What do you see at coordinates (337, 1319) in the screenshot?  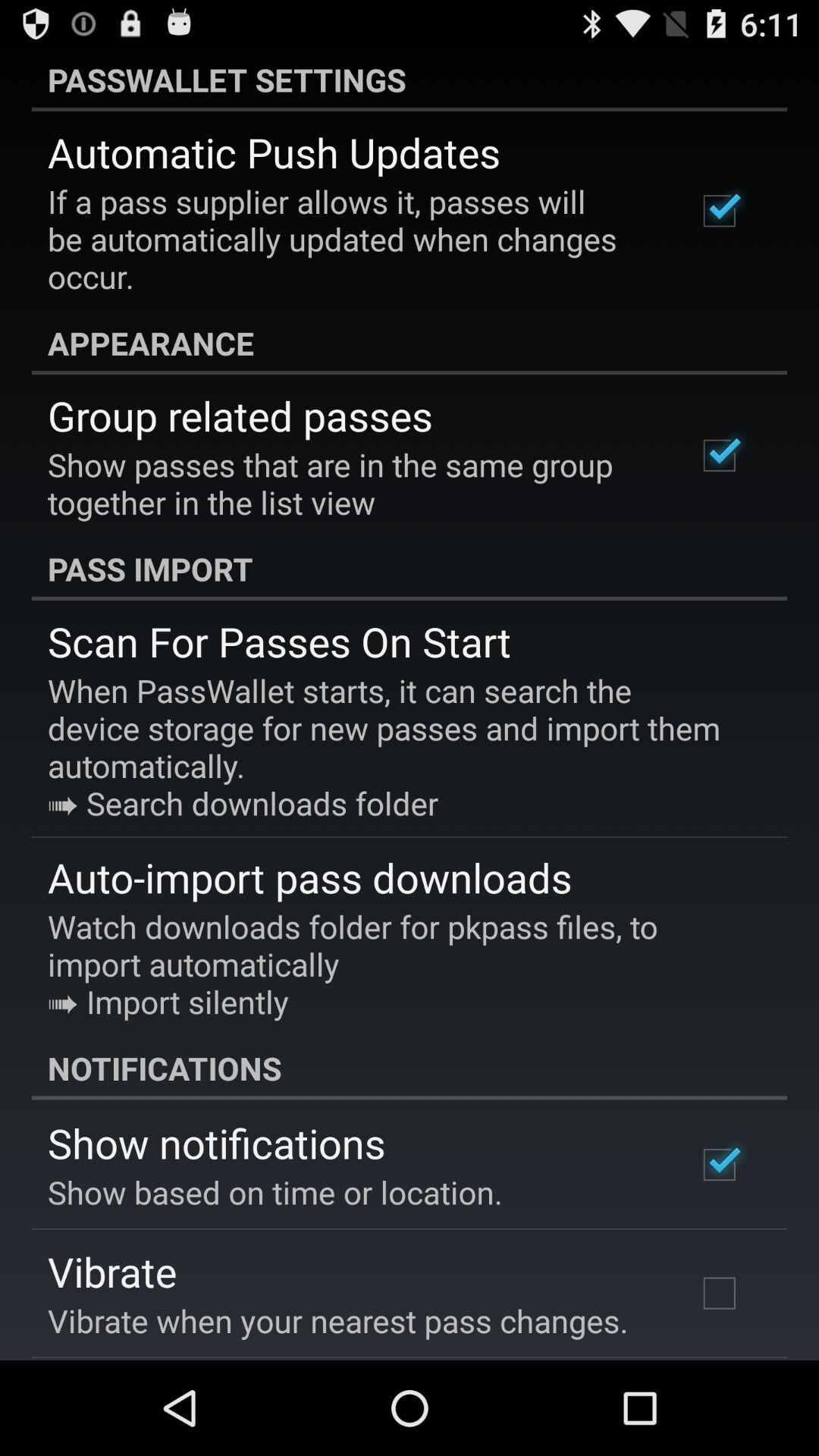 I see `icon below the vibrate app` at bounding box center [337, 1319].